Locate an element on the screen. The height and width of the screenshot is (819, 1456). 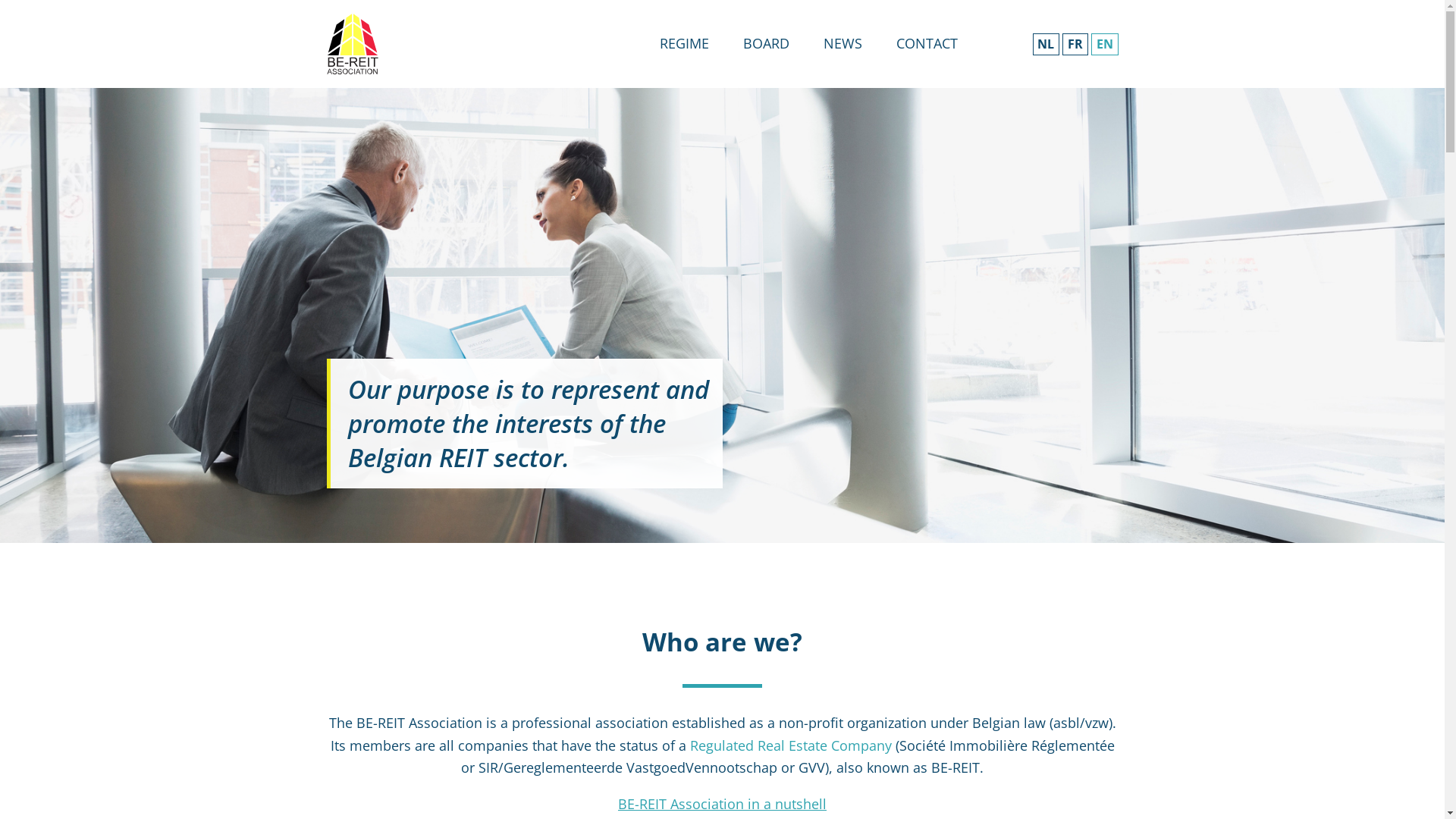
'CONTACT' is located at coordinates (926, 42).